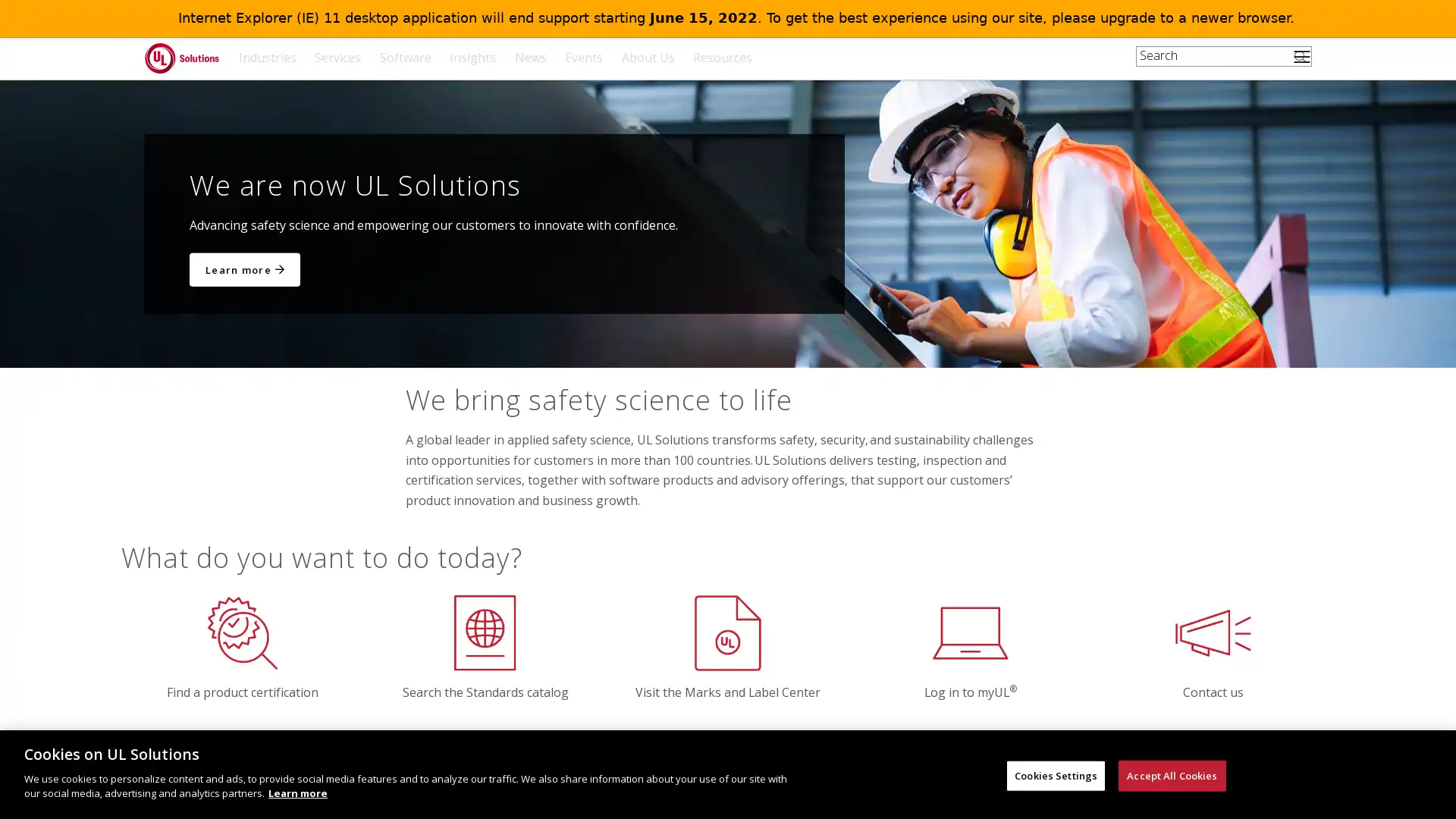 The height and width of the screenshot is (819, 1456). I want to click on Search, so click(1303, 66).